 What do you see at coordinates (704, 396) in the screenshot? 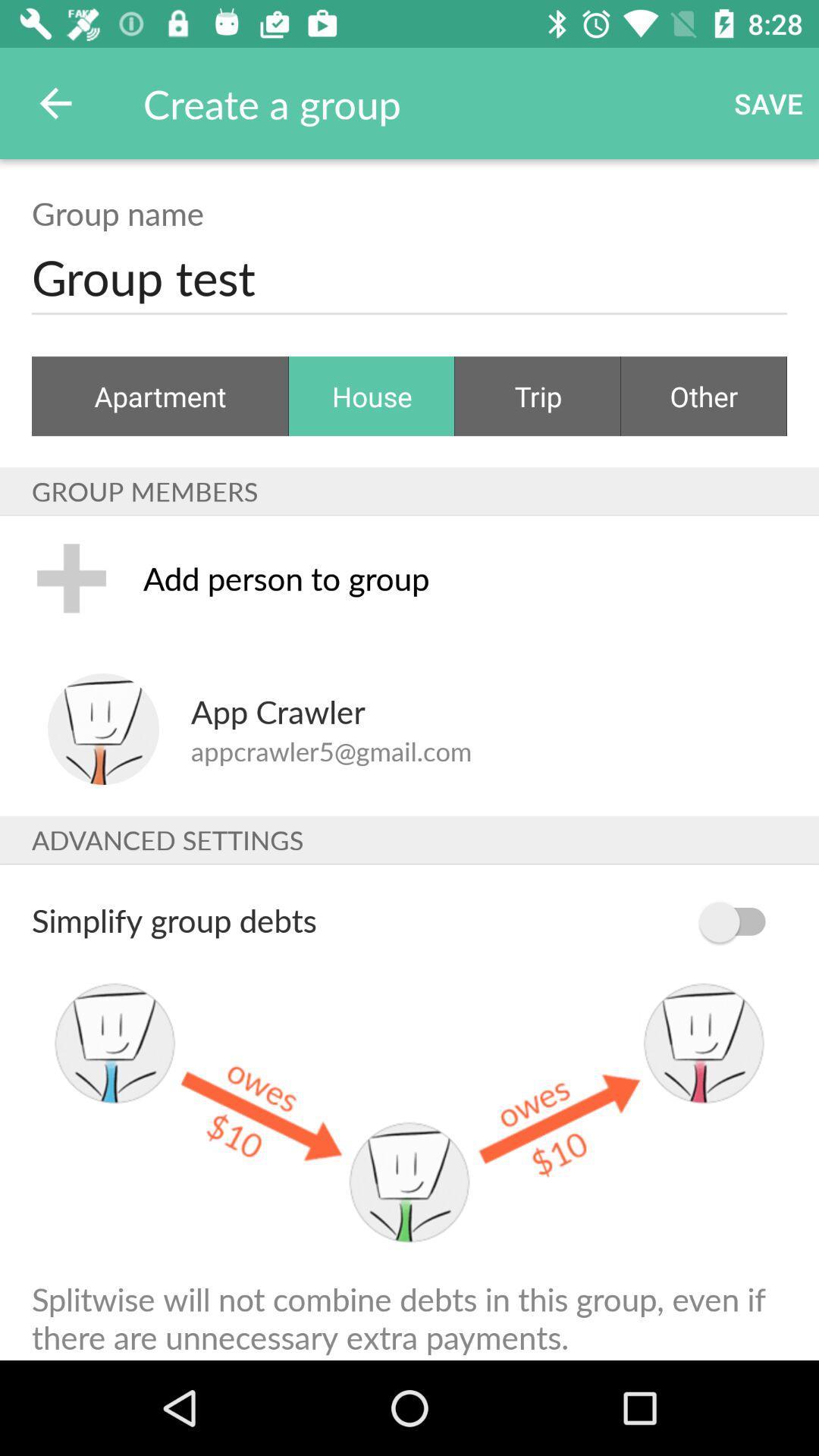
I see `item to the right of the trip` at bounding box center [704, 396].